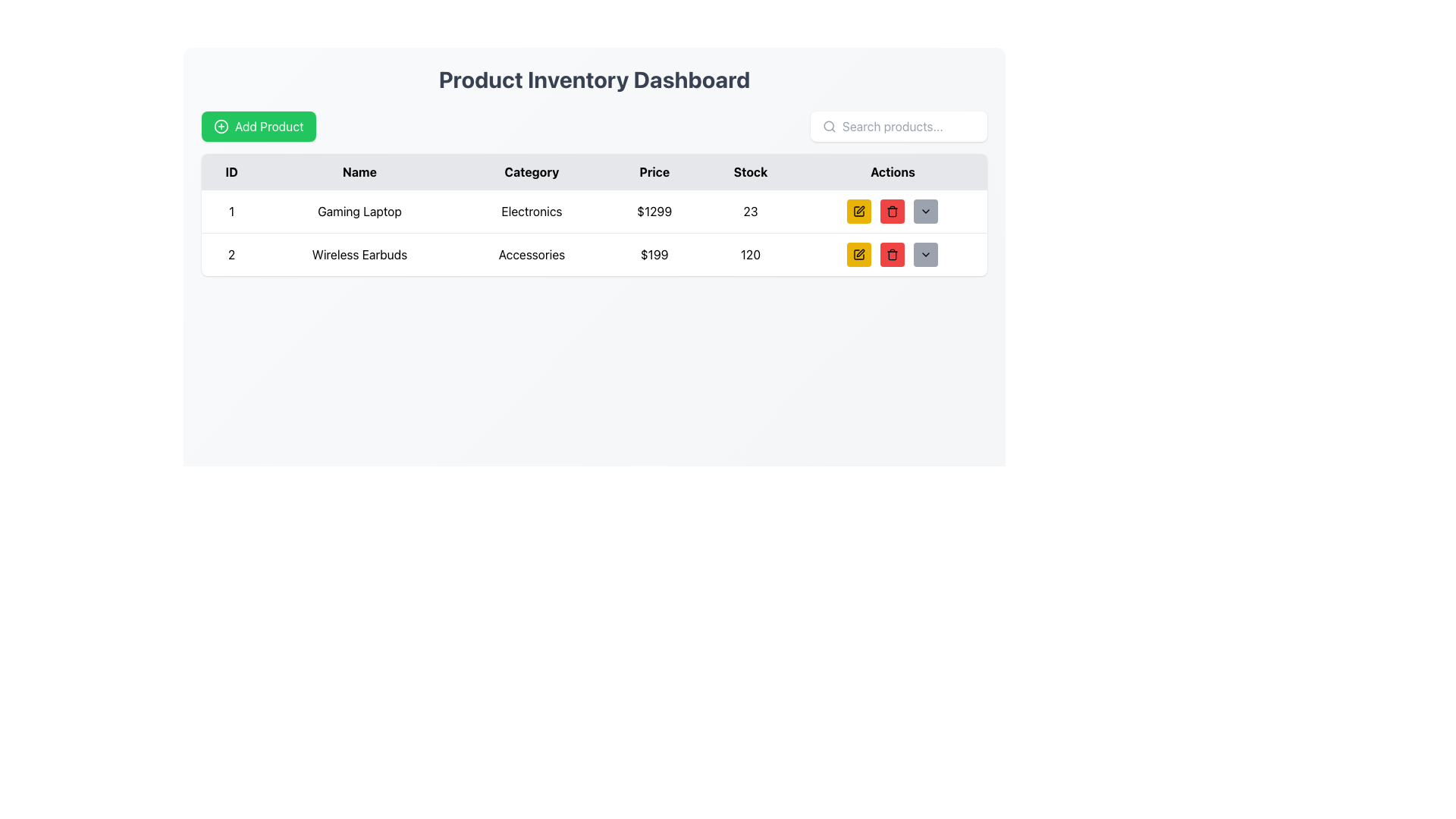 Image resolution: width=1456 pixels, height=819 pixels. Describe the element at coordinates (893, 253) in the screenshot. I see `the trash bin icon button located` at that location.